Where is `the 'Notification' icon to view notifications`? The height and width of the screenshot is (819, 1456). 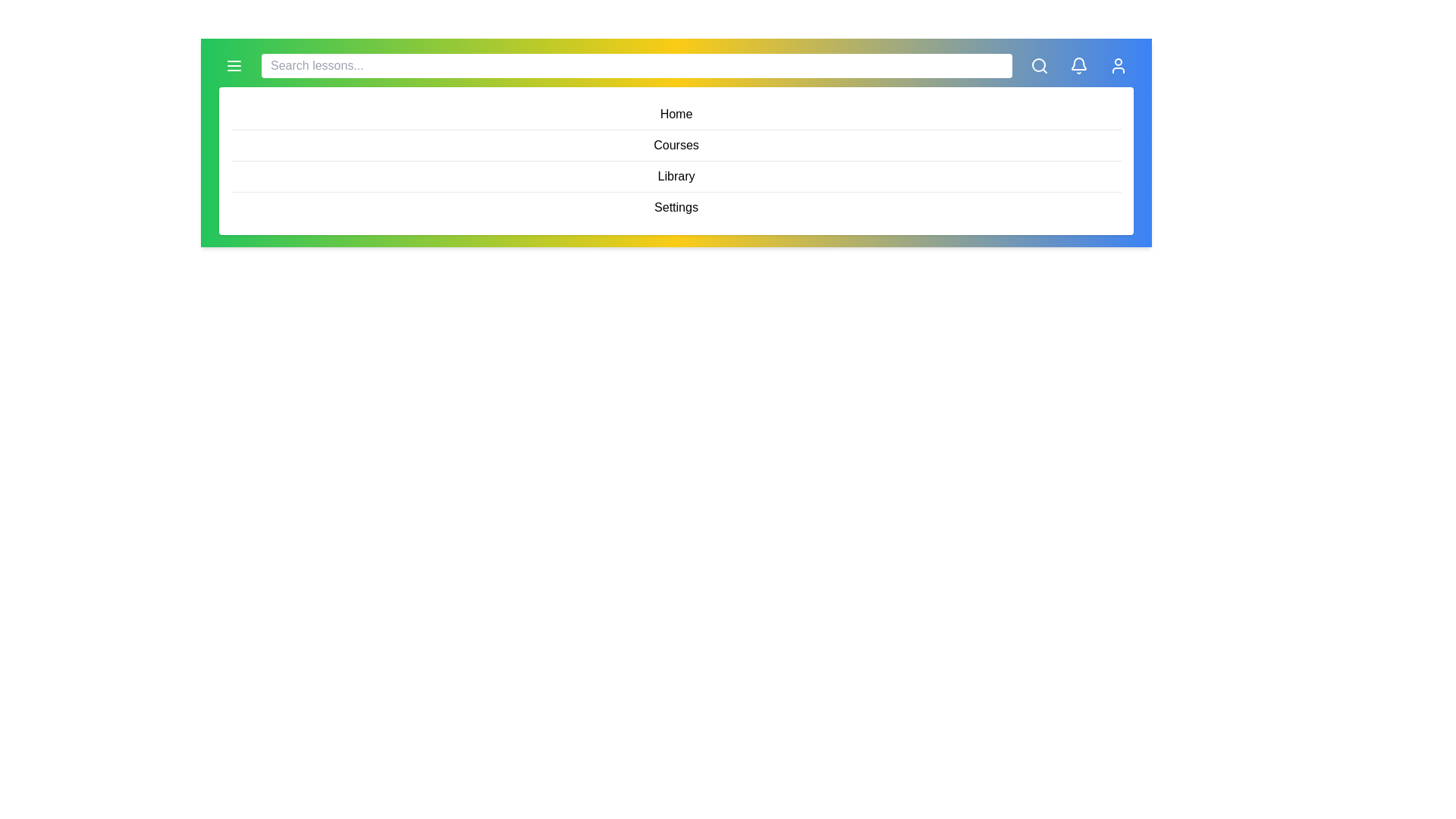
the 'Notification' icon to view notifications is located at coordinates (1078, 65).